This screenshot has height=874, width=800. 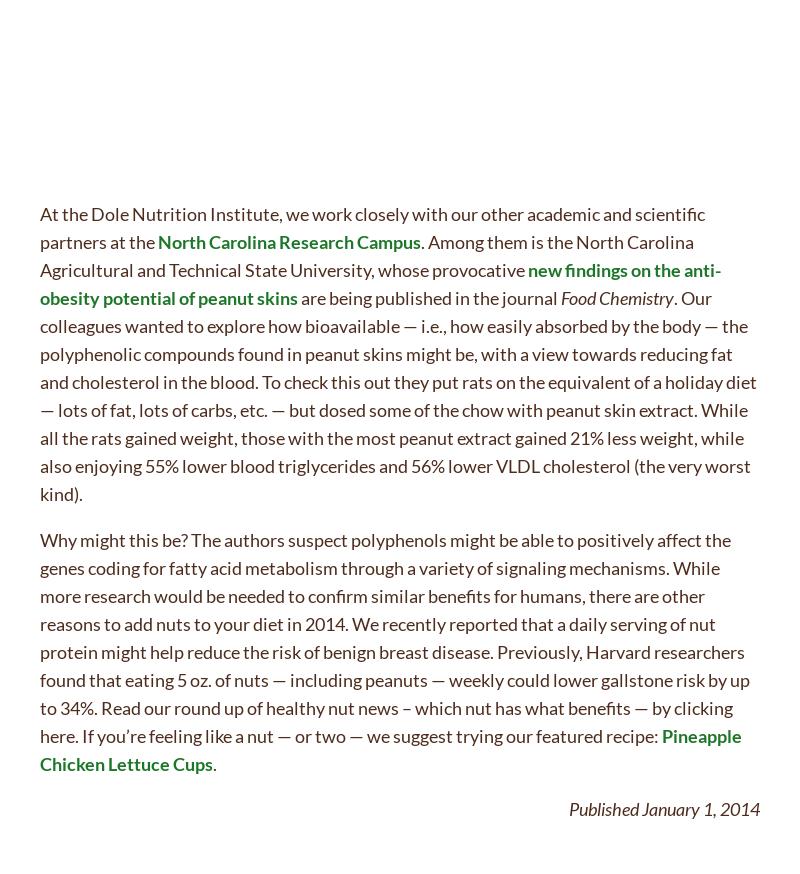 What do you see at coordinates (394, 636) in the screenshot?
I see `'Why might this be? The authors suspect polyphenols might be able to positively affect the genes coding for fatty acid metabolism through a variety of signaling mechanisms. While more research would be needed to confirm similar benefits for humans, there are other reasons to add nuts to your diet in 2014. We recently reported that a daily serving of nut protein might help reduce the risk of benign breast disease. Previously, Harvard researchers found that eating 5 oz. of nuts — including peanuts — weekly could lower gallstone risk by up to 34%. Read our round up of healthy nut news – which nut has what benefits — by clicking here. If you’re feeling like a nut — or two — we suggest trying our featured recipe:'` at bounding box center [394, 636].